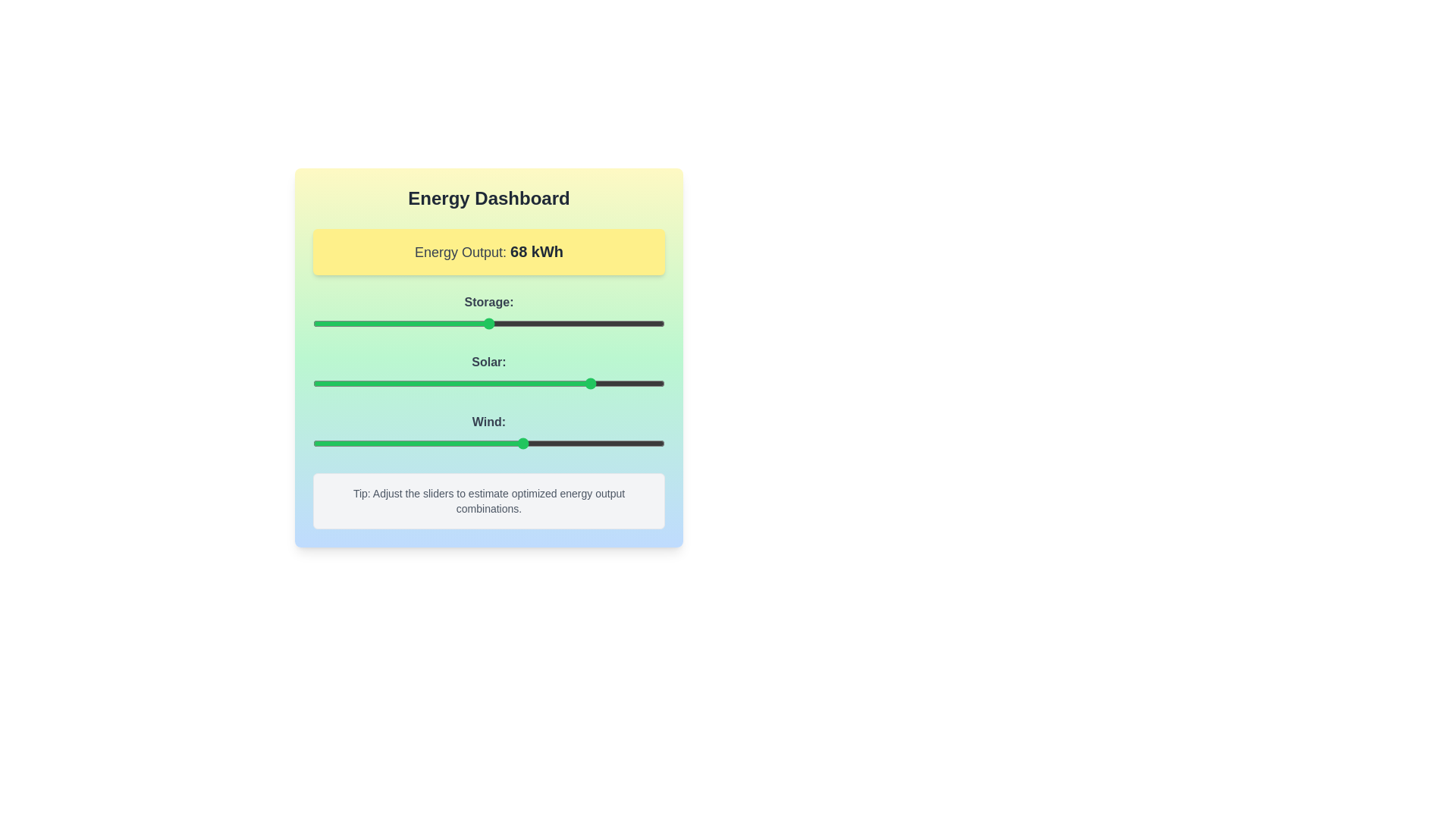 The image size is (1456, 819). Describe the element at coordinates (463, 444) in the screenshot. I see `the 'Wind' slider to set its value to 43` at that location.